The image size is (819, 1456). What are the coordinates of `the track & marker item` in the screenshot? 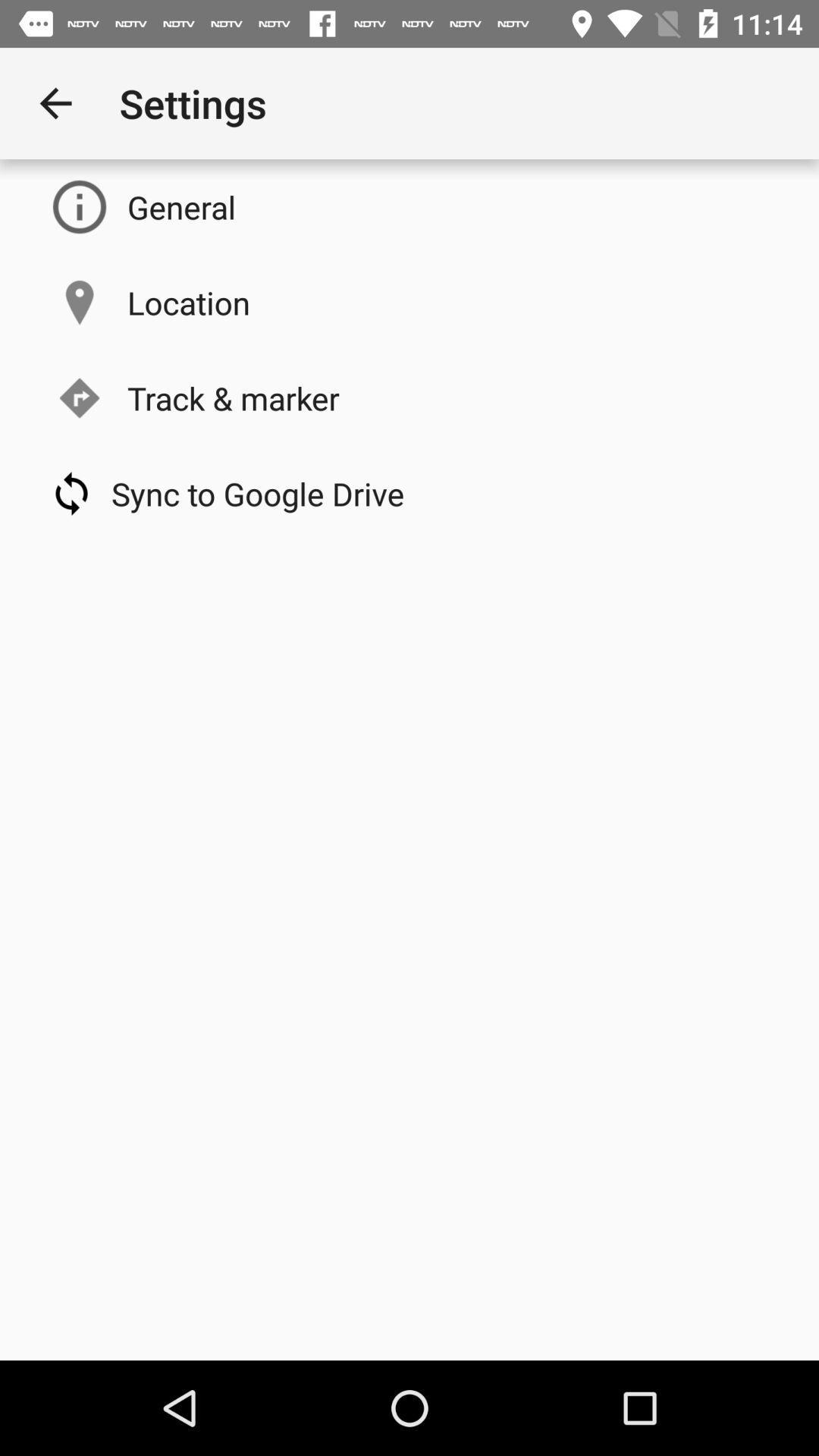 It's located at (233, 397).